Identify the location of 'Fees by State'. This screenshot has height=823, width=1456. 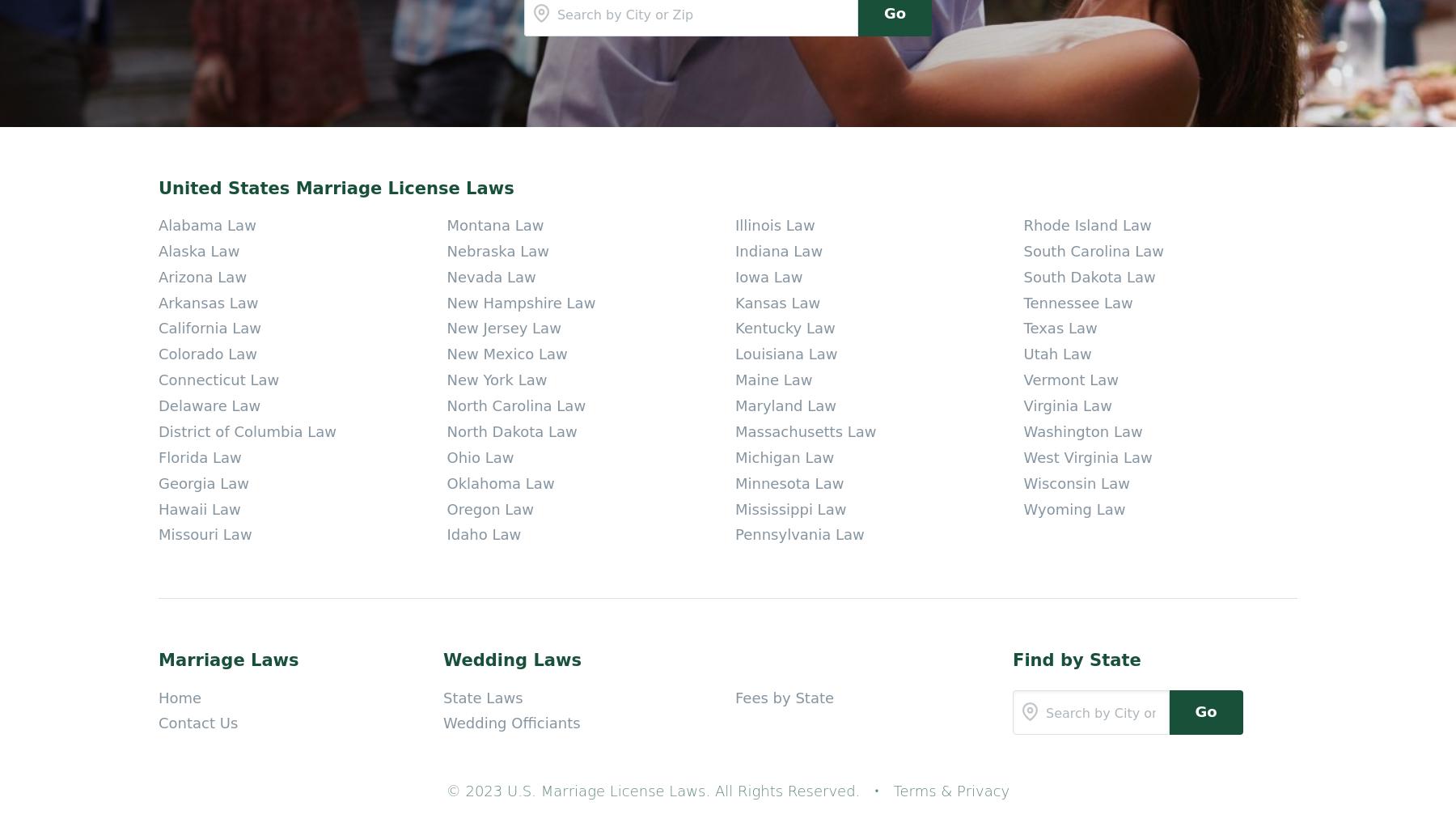
(784, 324).